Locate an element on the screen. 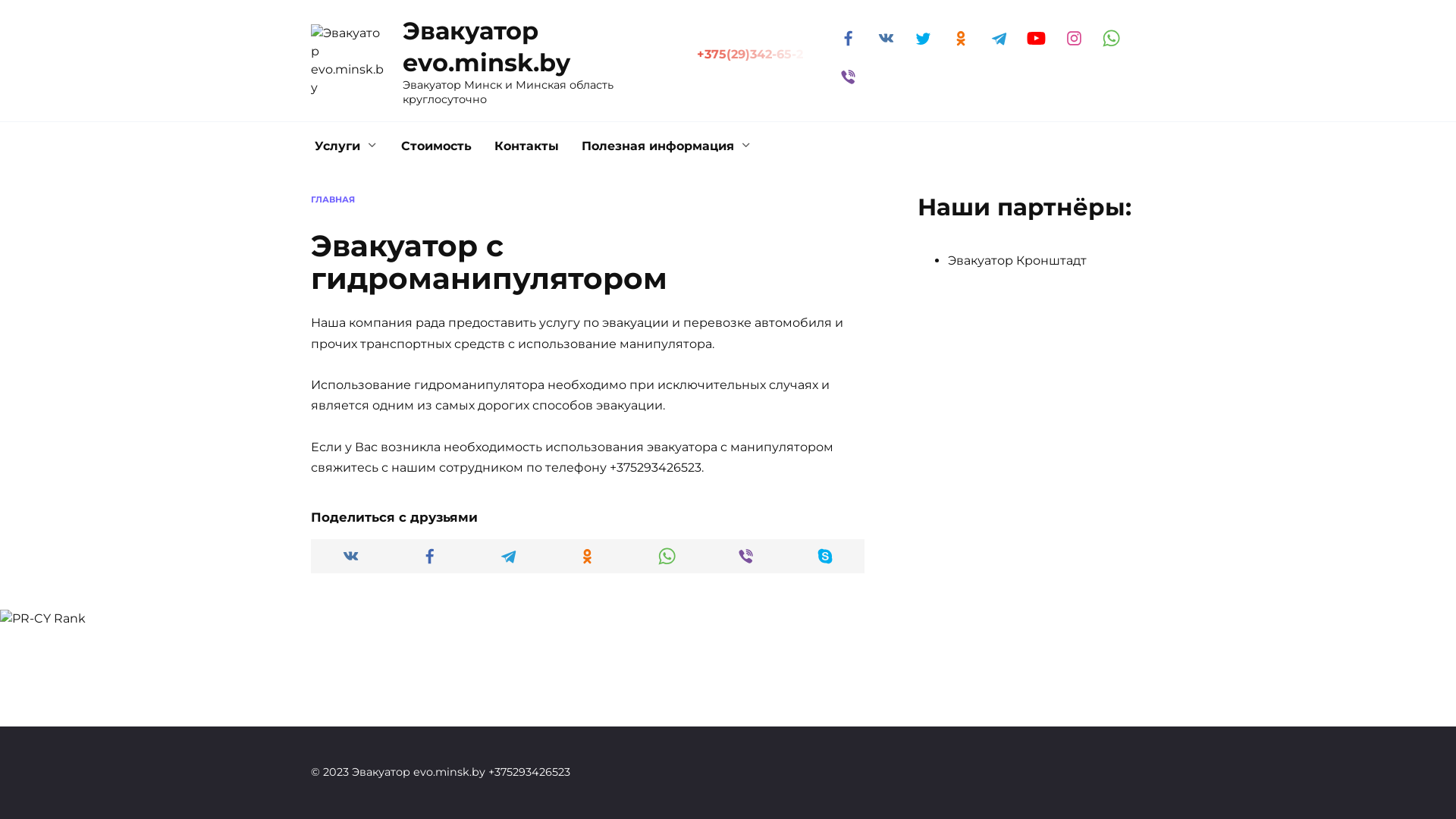 The height and width of the screenshot is (819, 1456). '+375(29)342-65-2' is located at coordinates (753, 53).